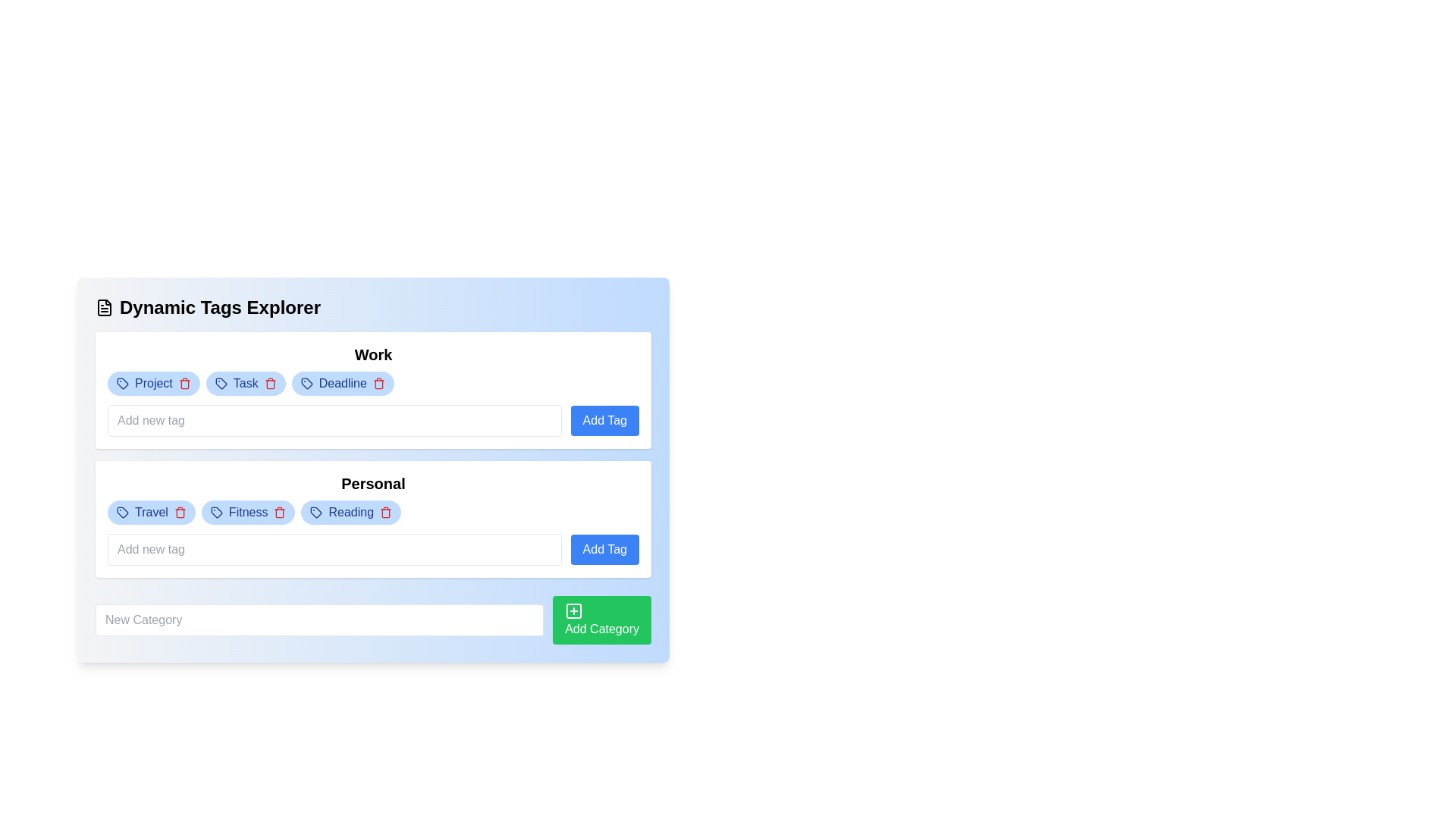 Image resolution: width=1456 pixels, height=819 pixels. What do you see at coordinates (180, 512) in the screenshot?
I see `the delete icon button represented by a red trash bin next to the 'Travel' tag` at bounding box center [180, 512].